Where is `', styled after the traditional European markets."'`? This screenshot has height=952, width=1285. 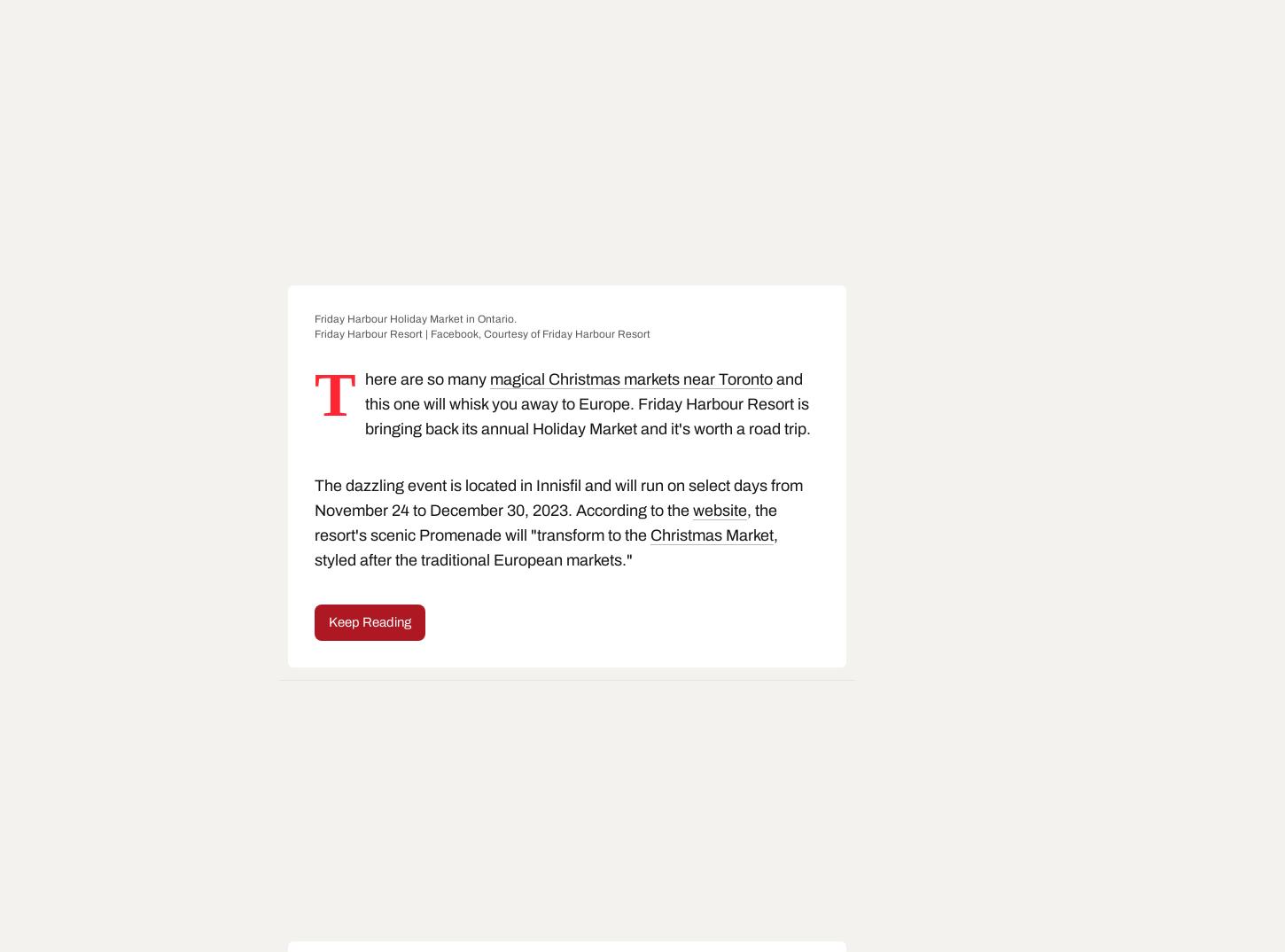 ', styled after the traditional European markets."' is located at coordinates (545, 547).